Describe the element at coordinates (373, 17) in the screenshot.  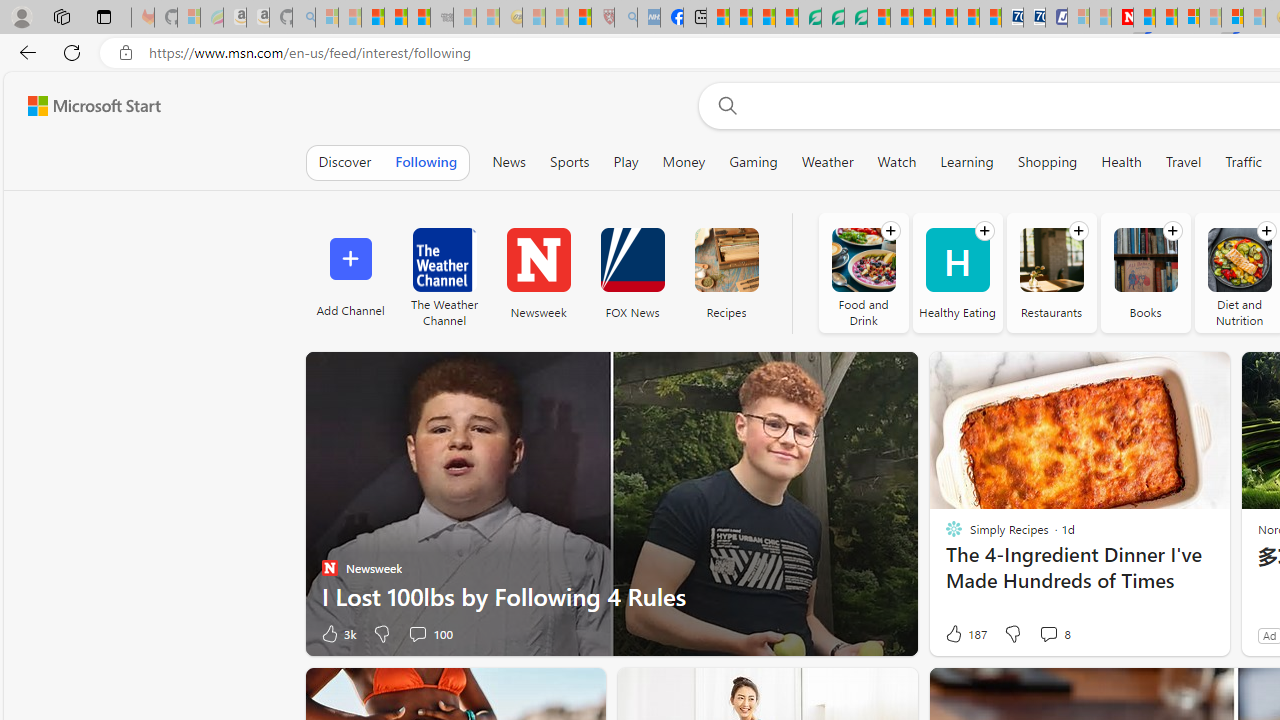
I see `'The Weather Channel - MSN'` at that location.